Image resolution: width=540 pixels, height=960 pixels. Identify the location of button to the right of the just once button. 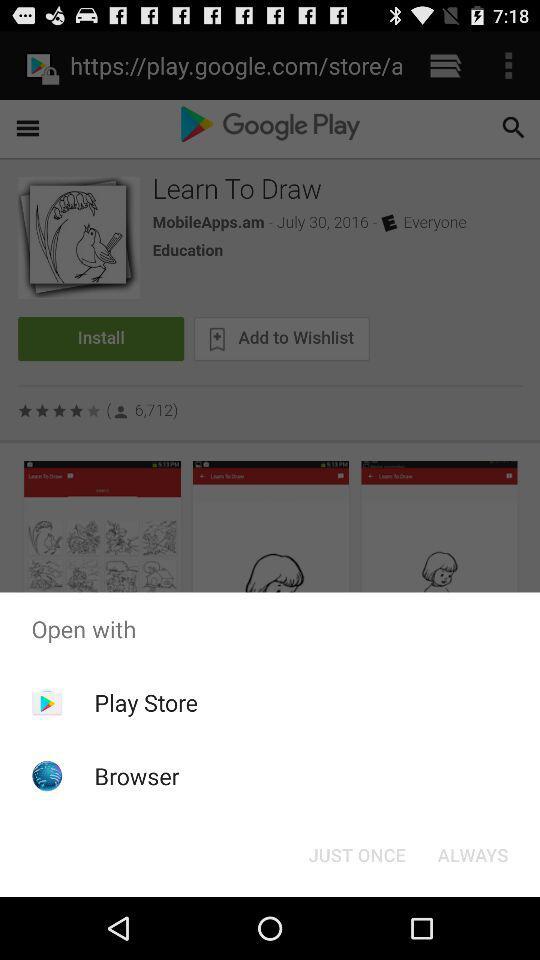
(472, 853).